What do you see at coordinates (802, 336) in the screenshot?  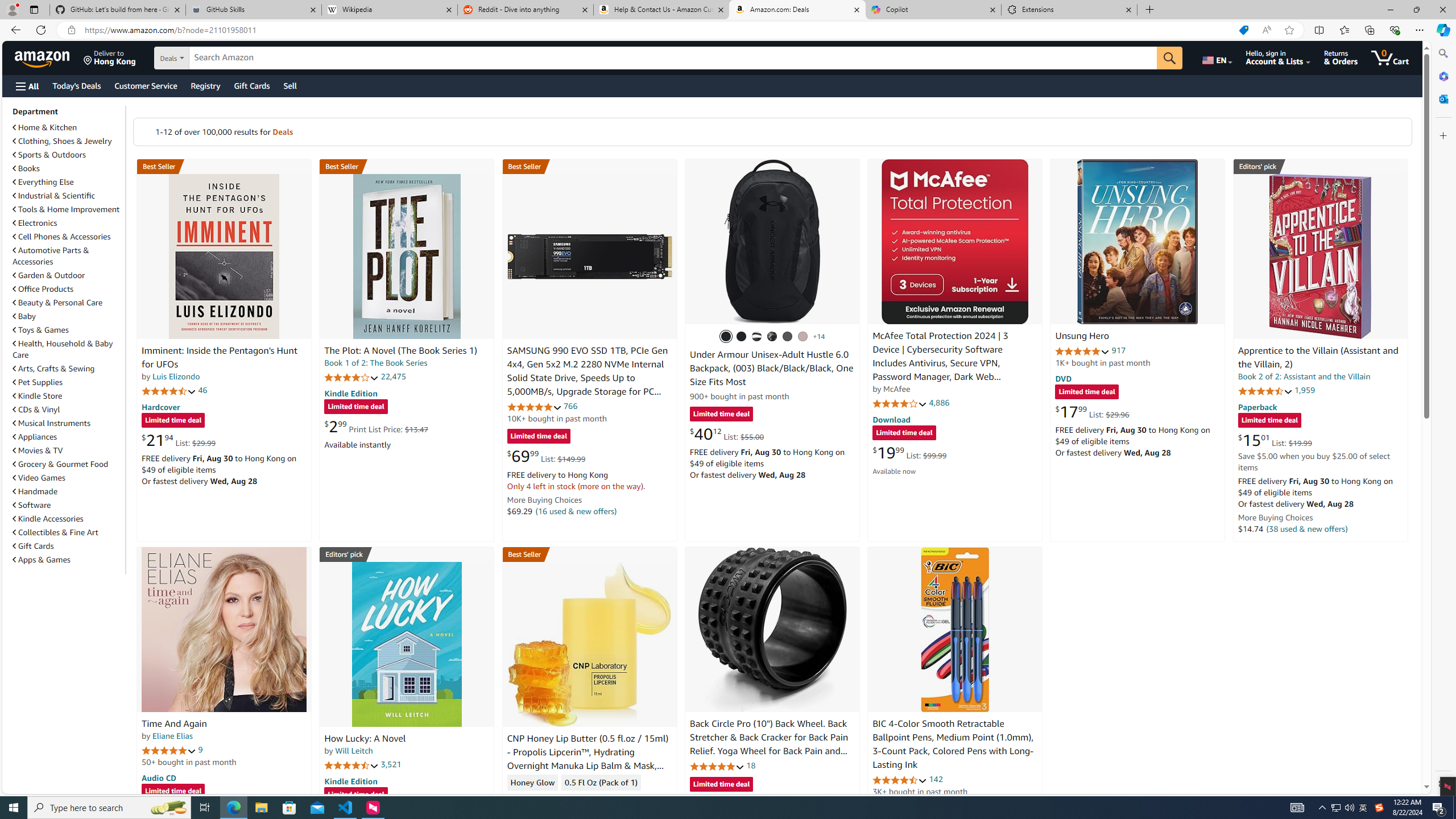 I see `'(015) Tetra Gray / Tetra Gray / Gray Matter'` at bounding box center [802, 336].